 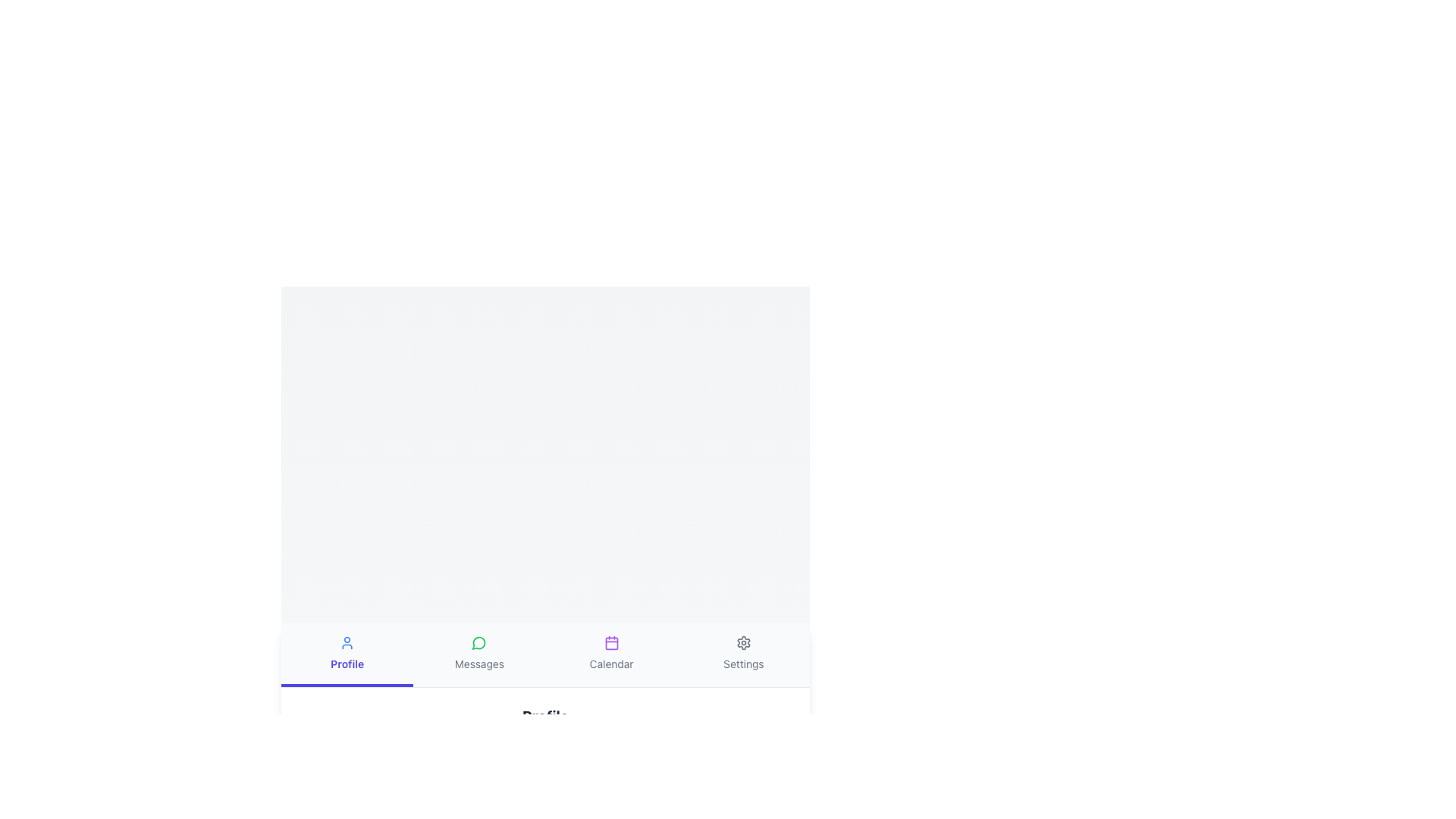 I want to click on the 'Messages' text label, which is part of the bottom navigation bar and displayed in light gray font, so click(x=479, y=663).